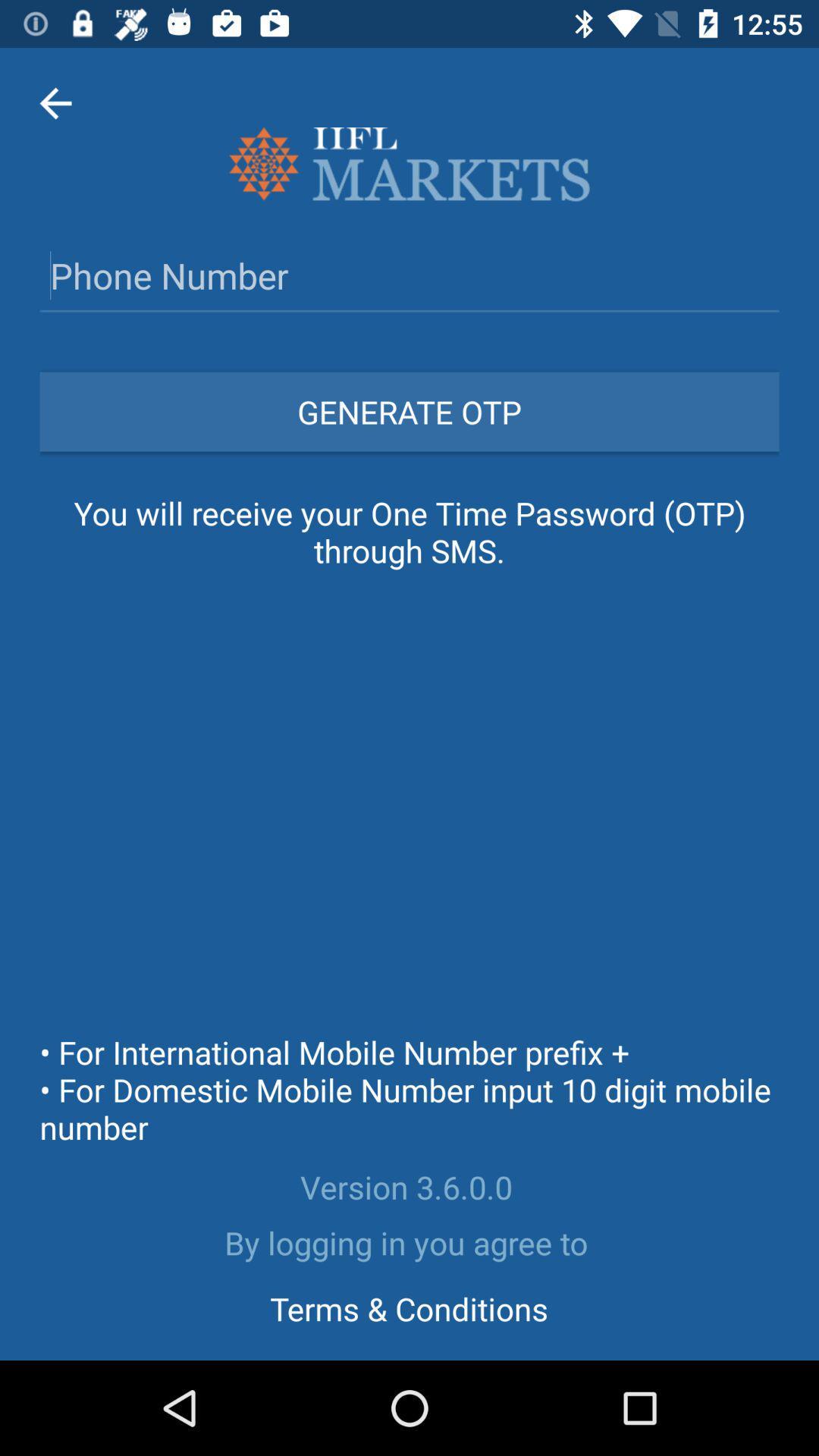 This screenshot has width=819, height=1456. Describe the element at coordinates (409, 275) in the screenshot. I see `phone number` at that location.